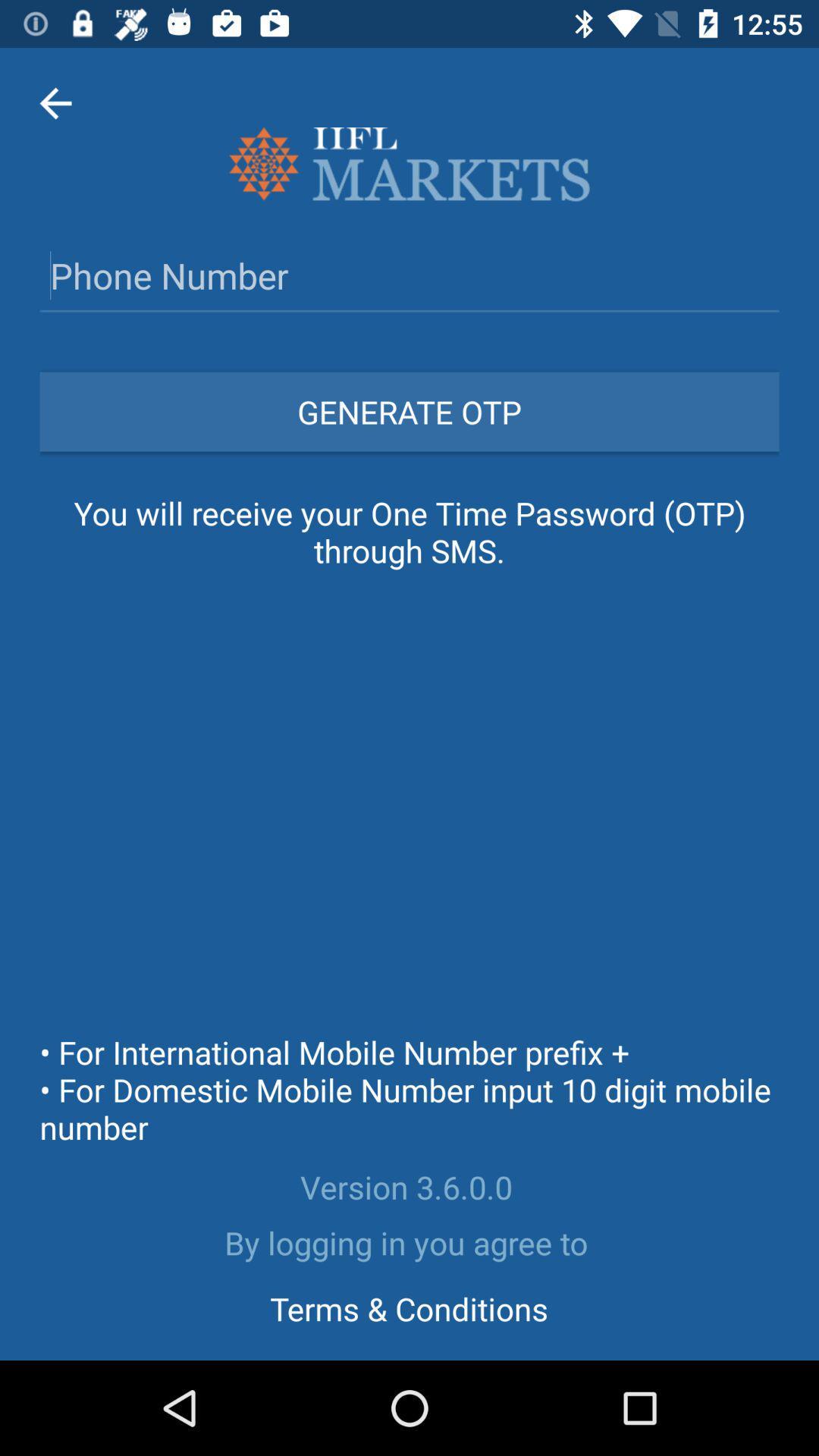 This screenshot has width=819, height=1456. Describe the element at coordinates (409, 275) in the screenshot. I see `phone number` at that location.